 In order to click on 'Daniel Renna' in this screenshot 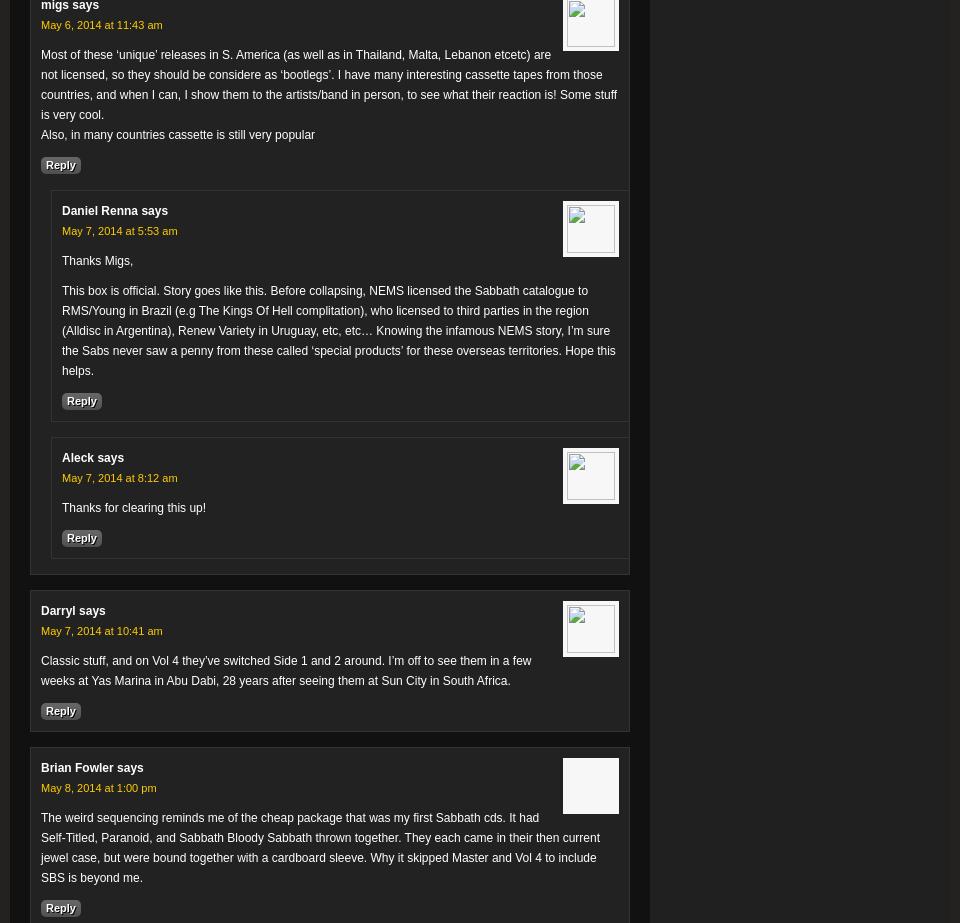, I will do `click(100, 210)`.